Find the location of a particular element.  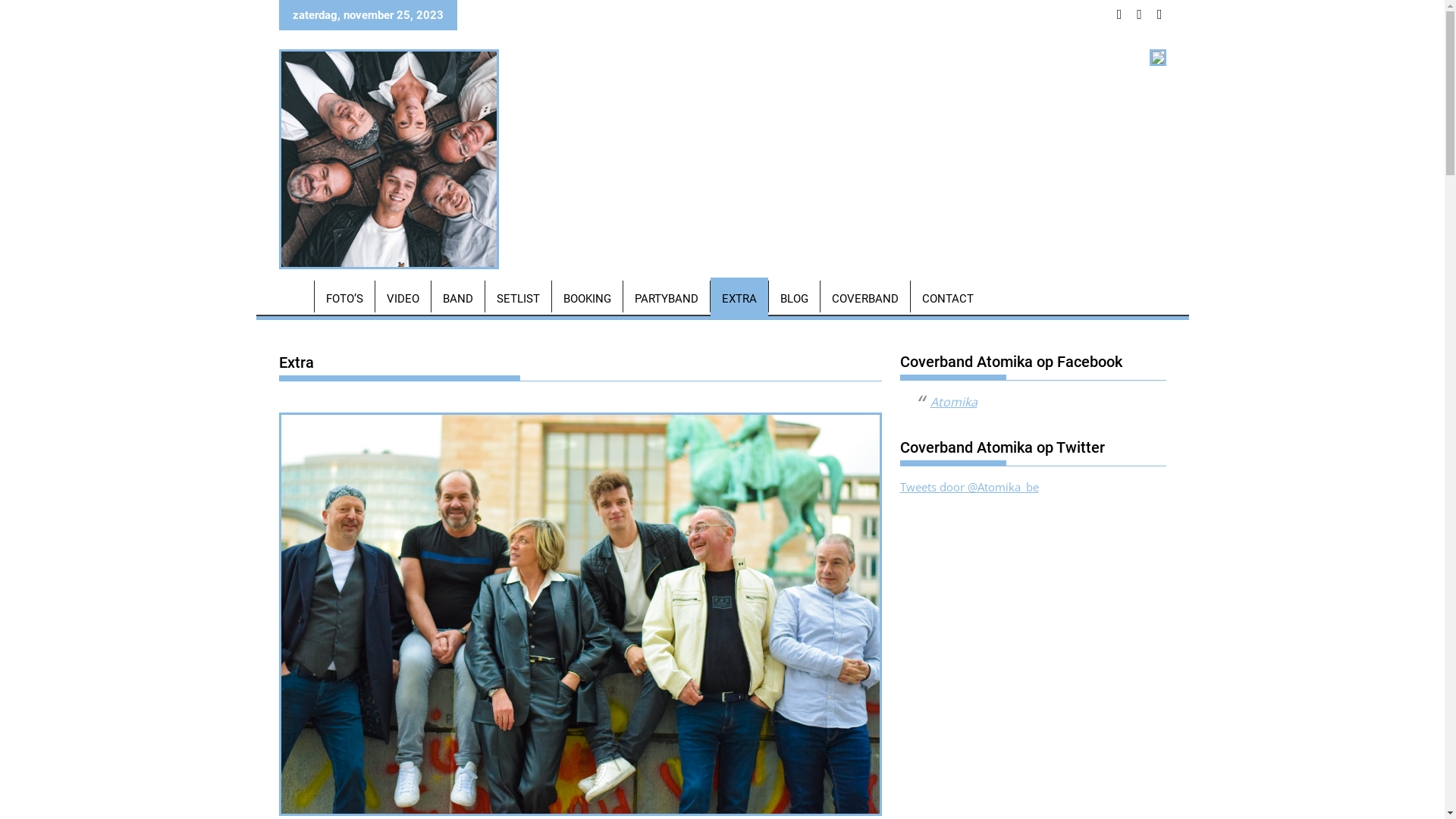

'CONTACT' is located at coordinates (946, 298).